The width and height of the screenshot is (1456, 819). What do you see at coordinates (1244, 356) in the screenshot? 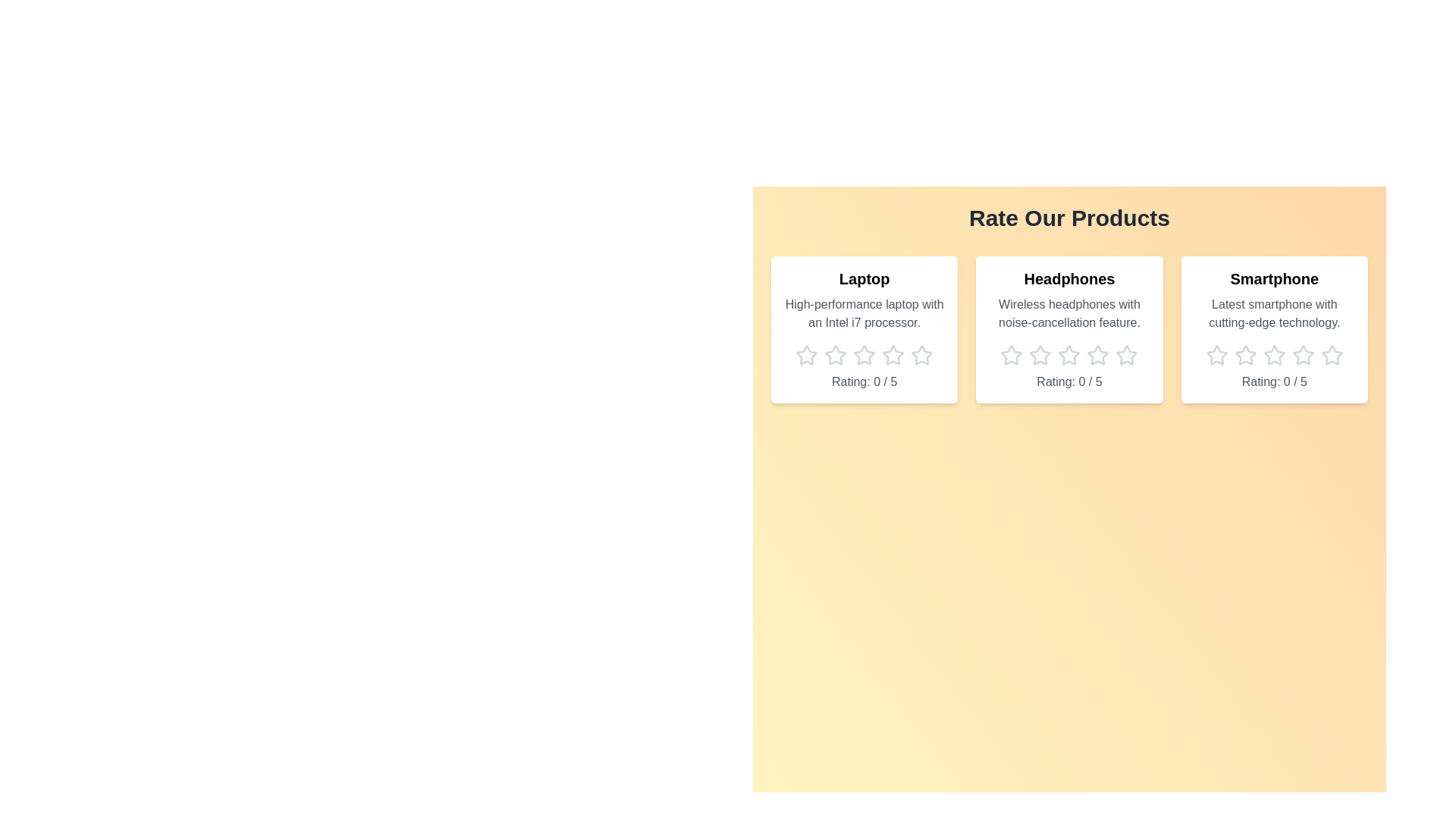
I see `the star icon corresponding to 2 stars for the product Smartphone` at bounding box center [1244, 356].